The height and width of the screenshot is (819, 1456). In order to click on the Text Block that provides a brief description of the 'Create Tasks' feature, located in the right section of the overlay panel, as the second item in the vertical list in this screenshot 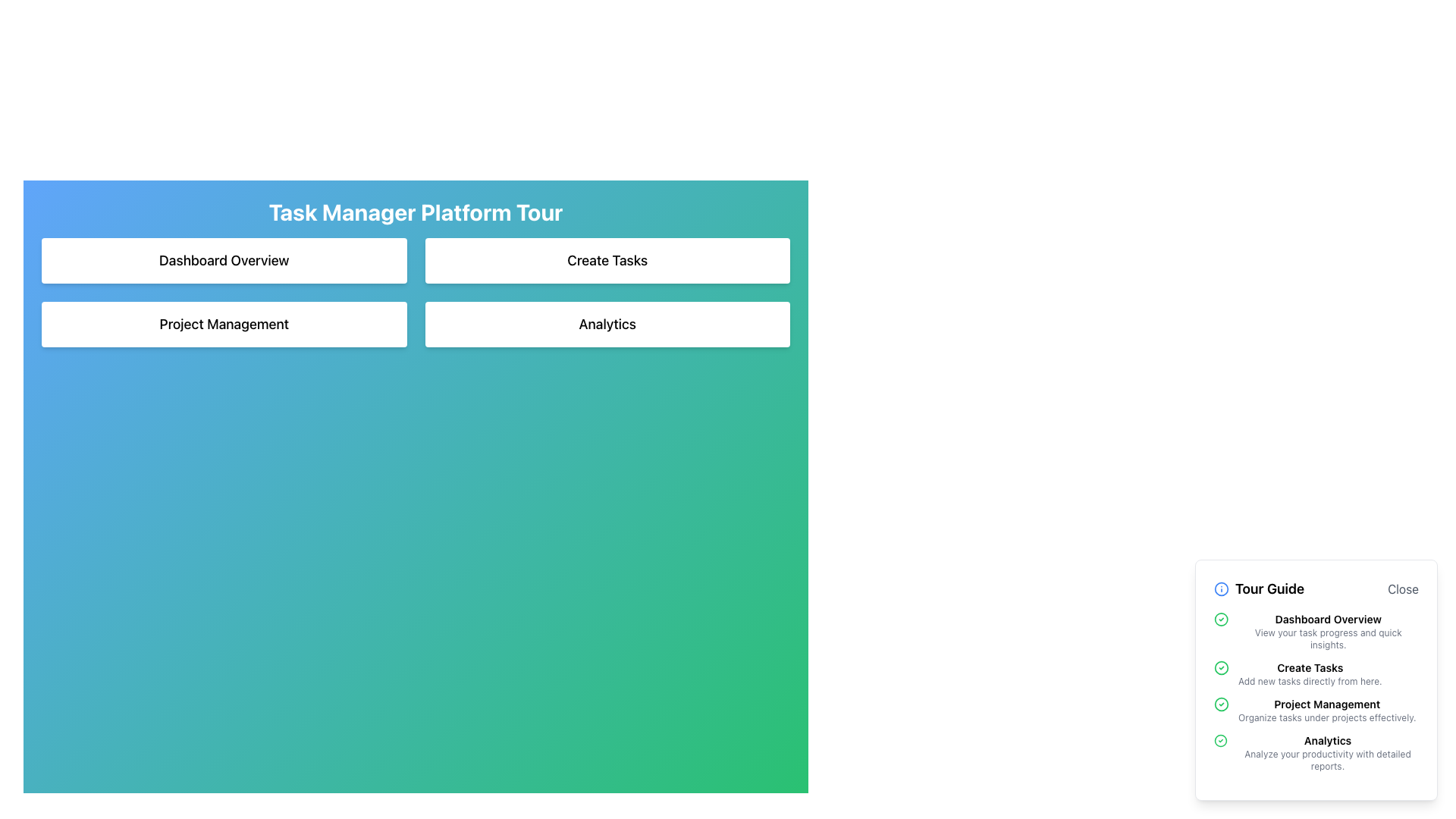, I will do `click(1309, 673)`.